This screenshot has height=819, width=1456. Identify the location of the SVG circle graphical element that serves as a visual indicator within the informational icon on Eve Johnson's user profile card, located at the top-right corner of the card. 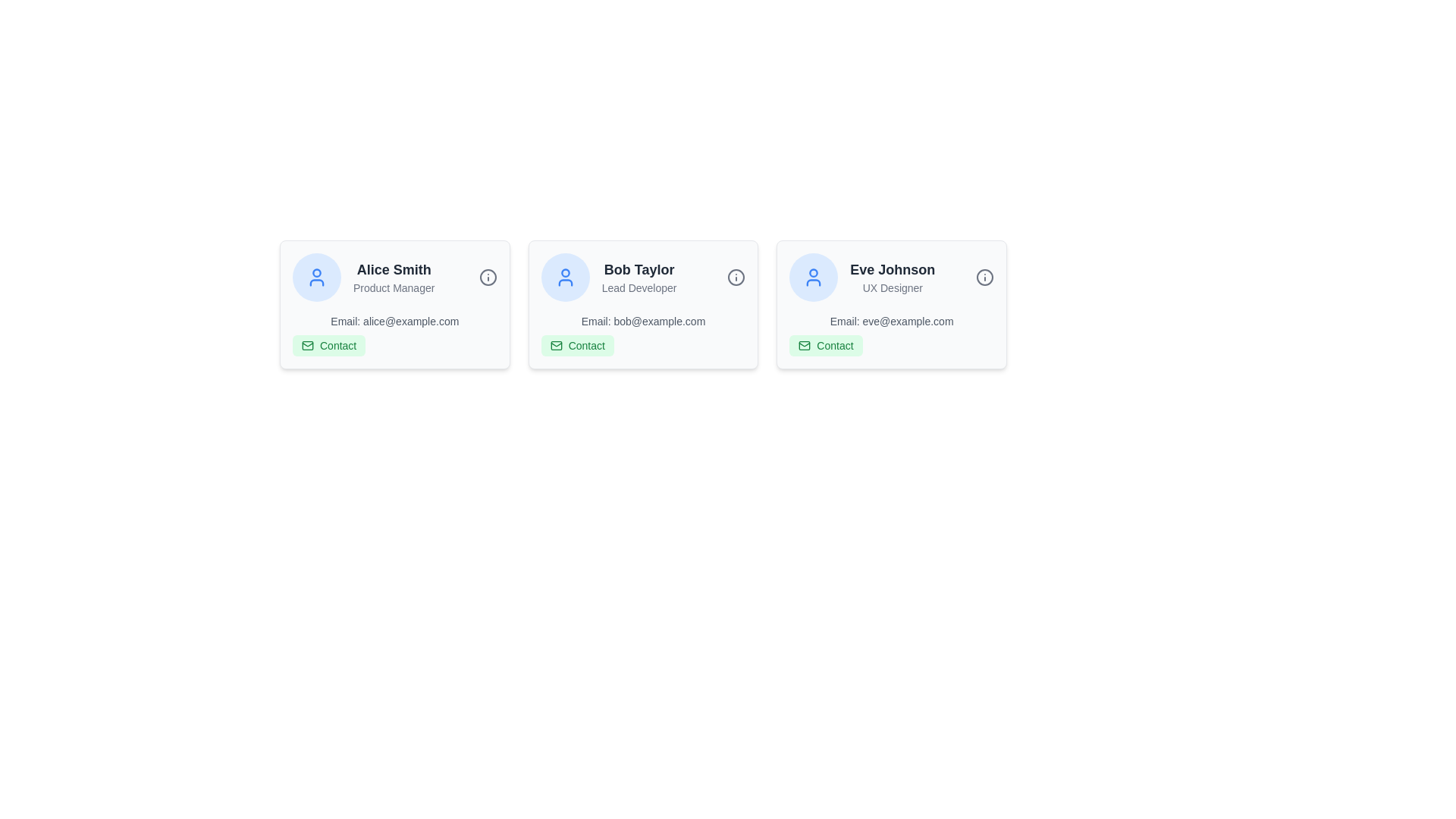
(985, 278).